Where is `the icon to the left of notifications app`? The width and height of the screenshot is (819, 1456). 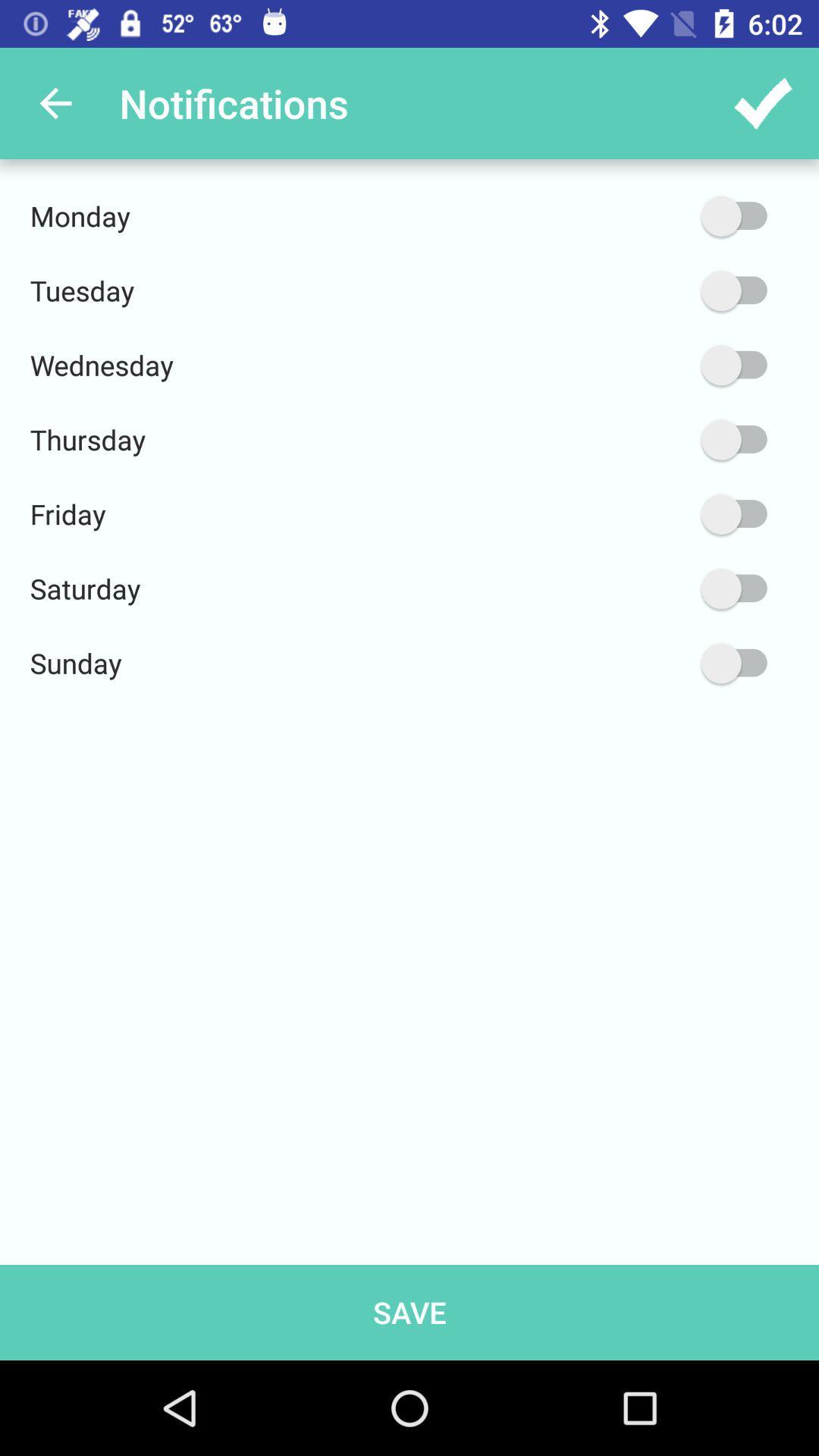
the icon to the left of notifications app is located at coordinates (55, 102).